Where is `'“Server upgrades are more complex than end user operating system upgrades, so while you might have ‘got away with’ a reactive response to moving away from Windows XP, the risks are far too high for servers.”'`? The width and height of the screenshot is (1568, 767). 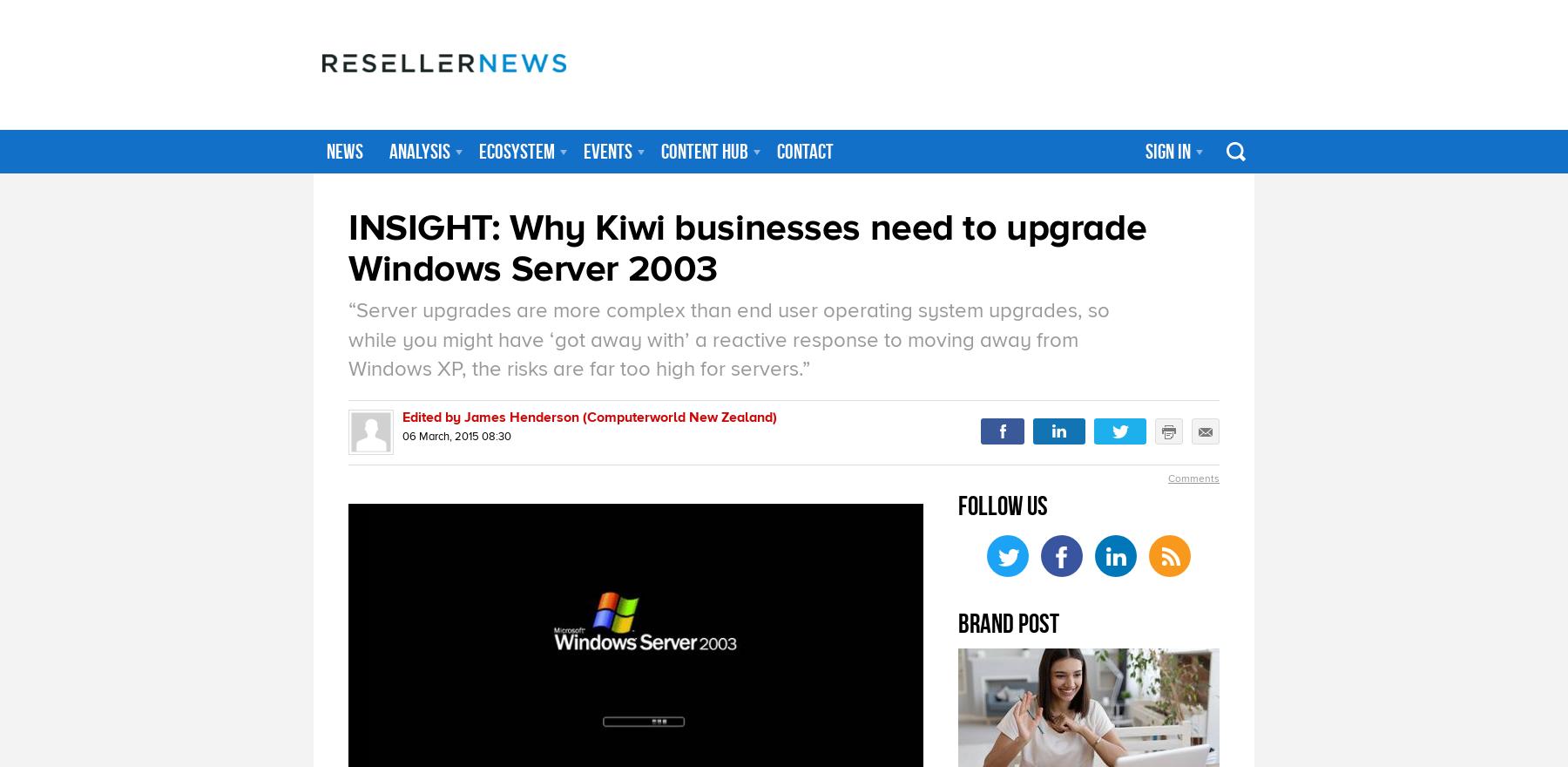 '“Server upgrades are more complex than end user operating system upgrades, so while you might have ‘got away with’ a reactive response to moving away from Windows XP, the risks are far too high for servers.”' is located at coordinates (729, 339).